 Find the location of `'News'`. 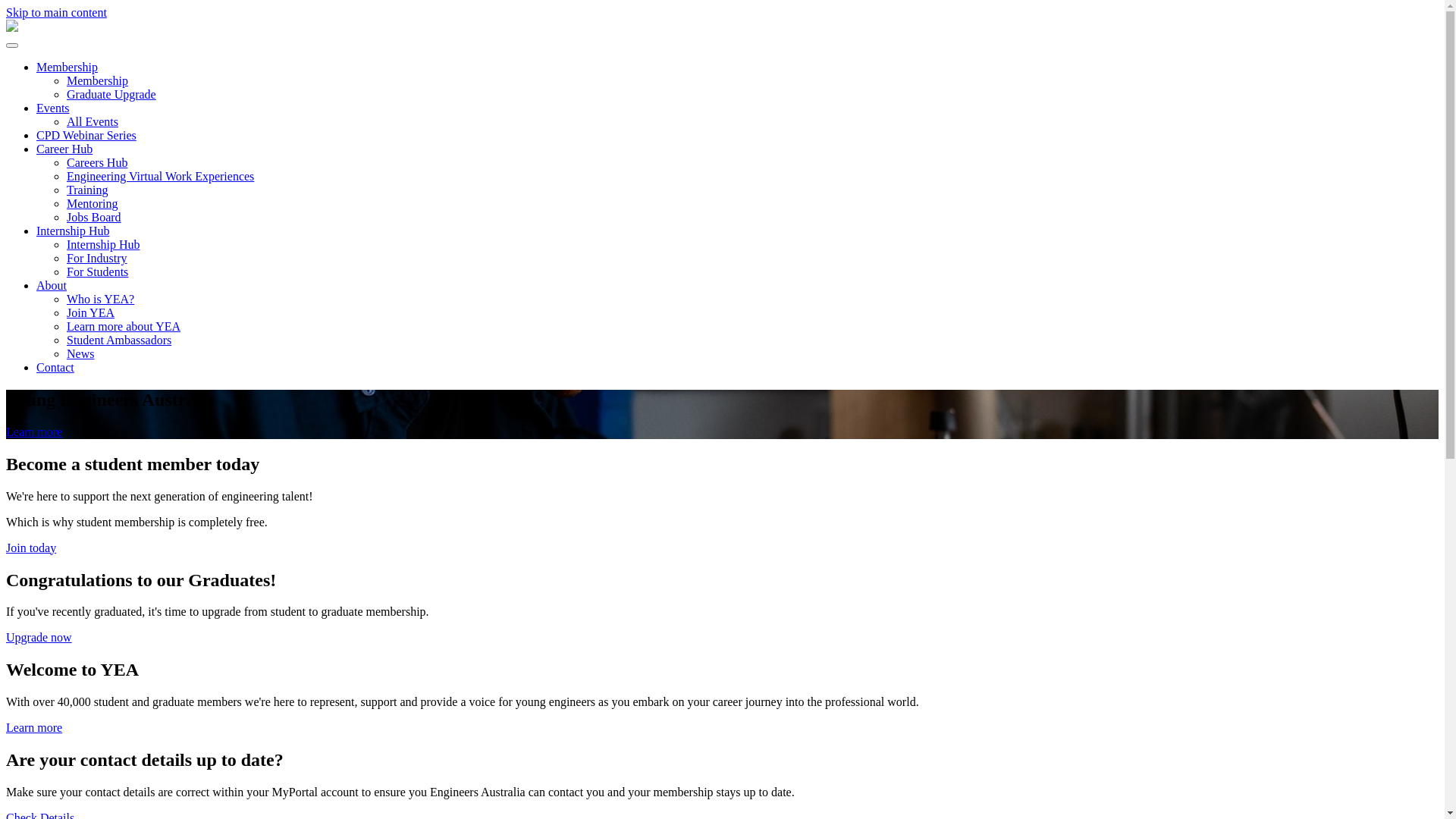

'News' is located at coordinates (79, 353).